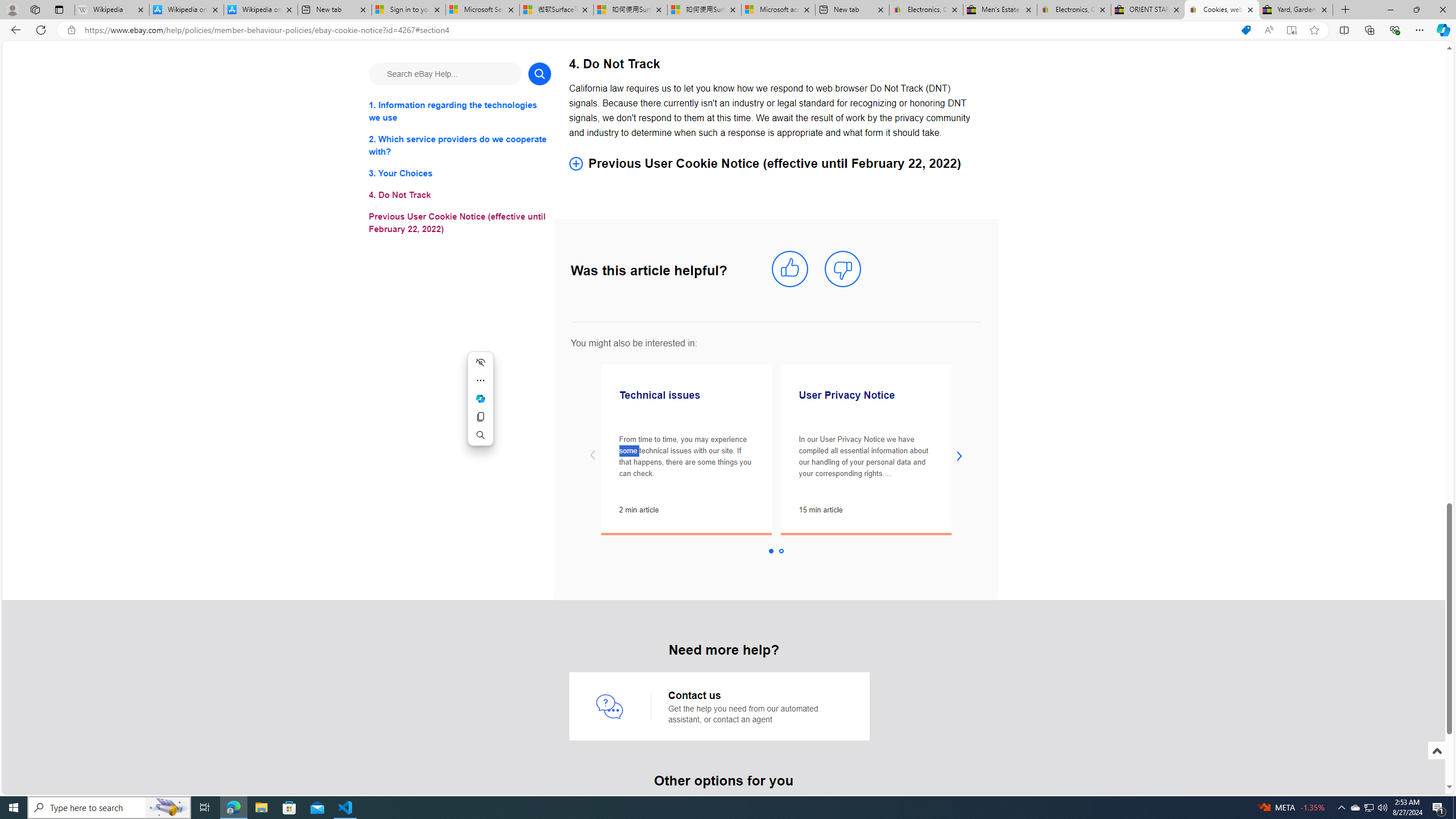 Image resolution: width=1456 pixels, height=819 pixels. I want to click on 'Search eBay Help...', so click(445, 73).